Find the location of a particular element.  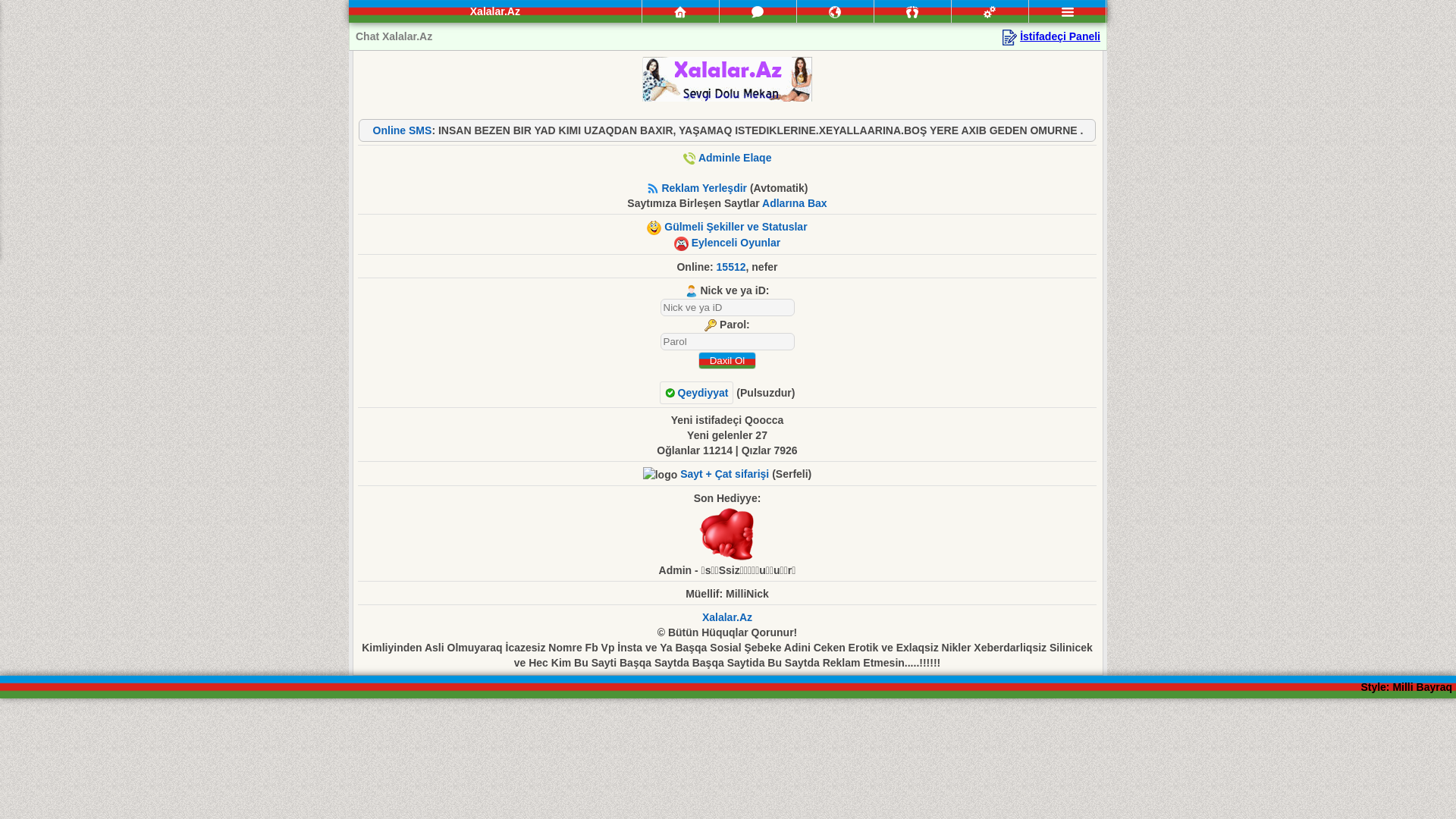

'Daxil Ol' is located at coordinates (698, 360).